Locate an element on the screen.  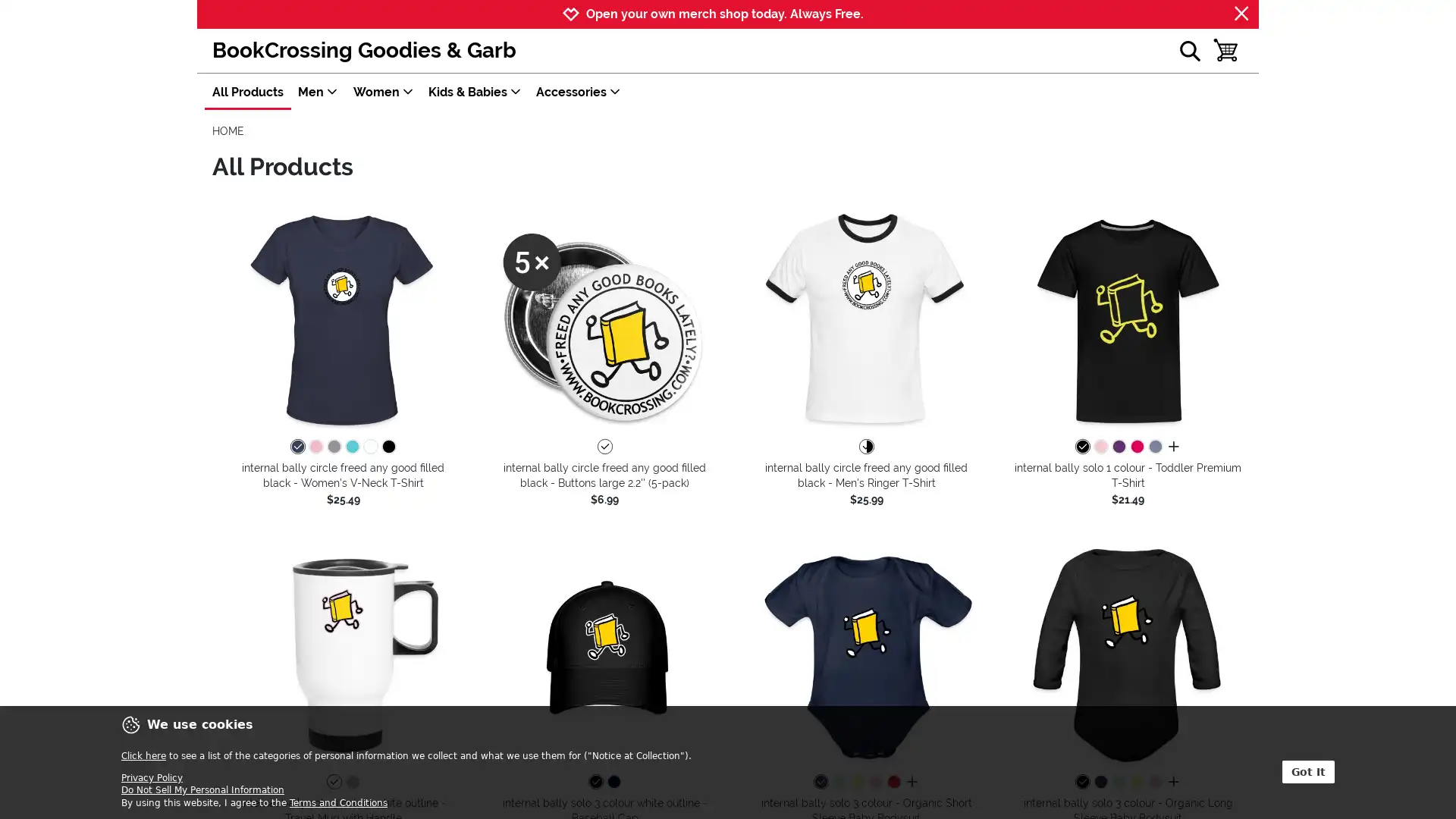
black is located at coordinates (1081, 447).